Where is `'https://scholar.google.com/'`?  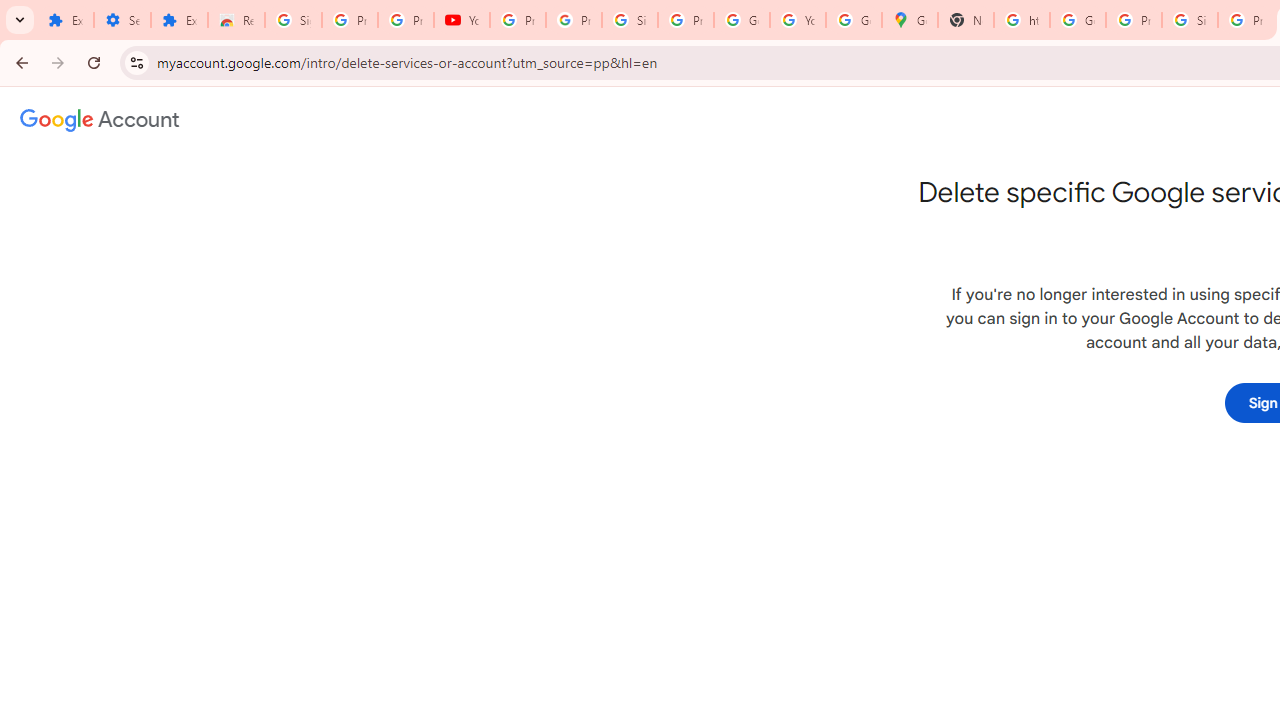
'https://scholar.google.com/' is located at coordinates (1022, 20).